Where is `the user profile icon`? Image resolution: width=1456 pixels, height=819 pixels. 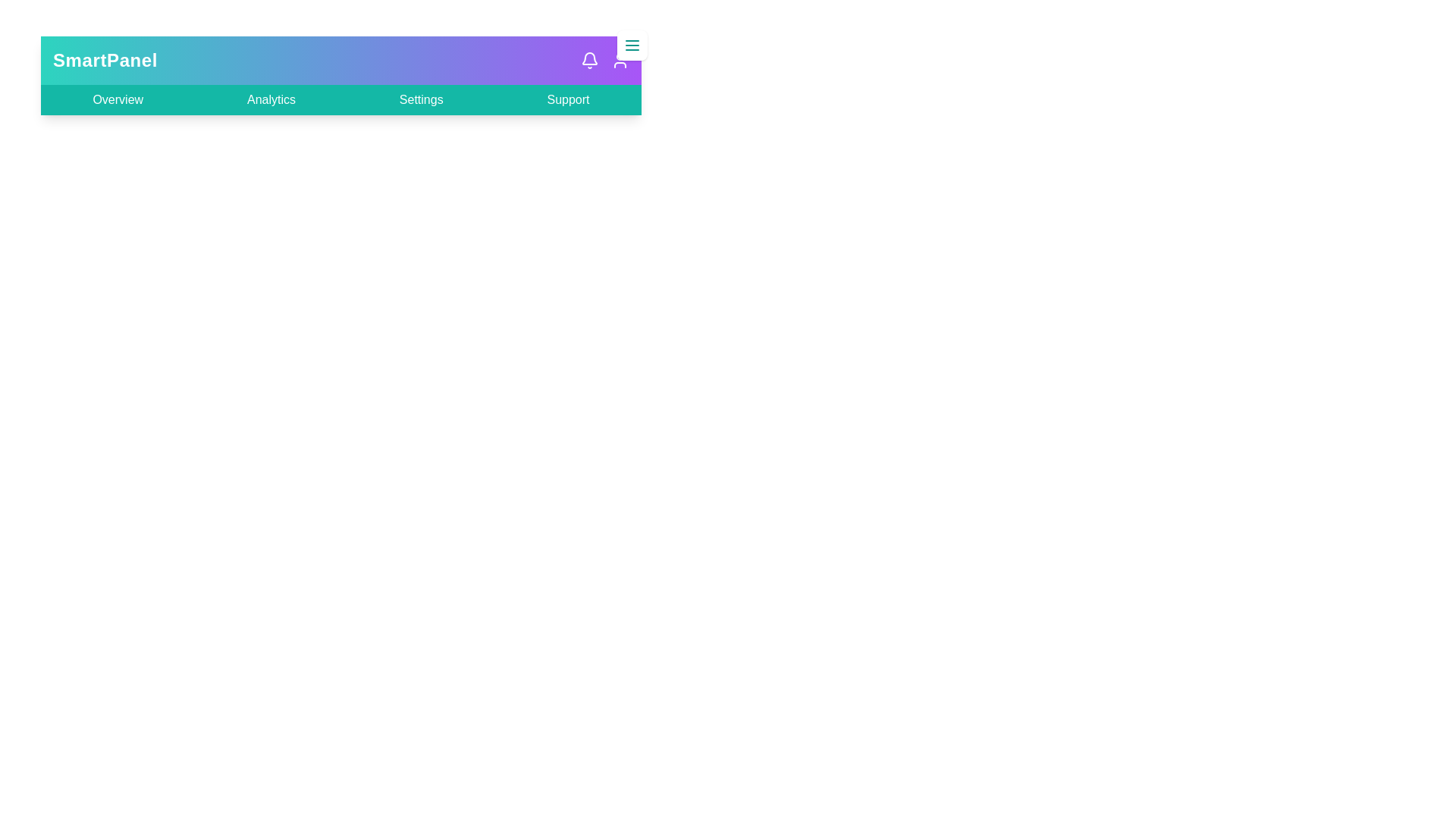 the user profile icon is located at coordinates (620, 60).